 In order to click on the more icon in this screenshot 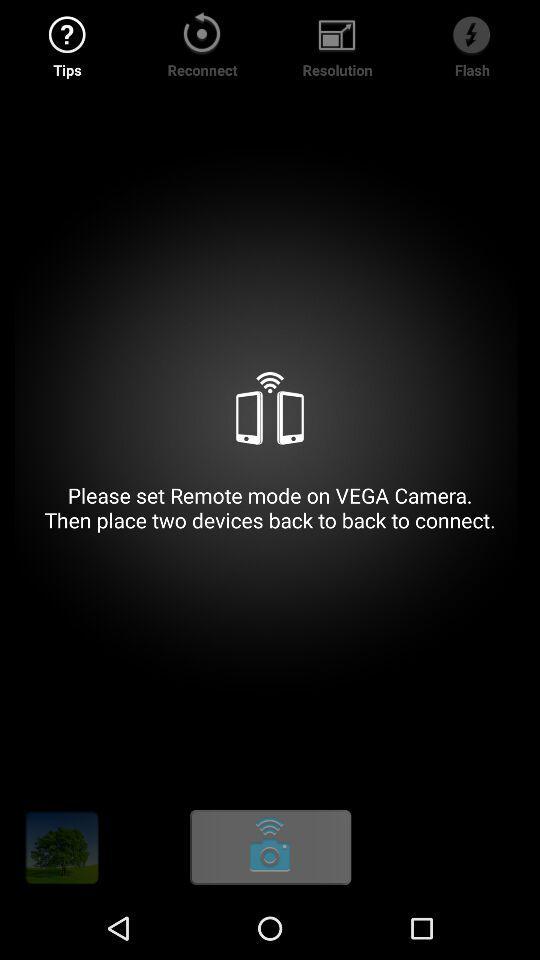, I will do `click(270, 907)`.